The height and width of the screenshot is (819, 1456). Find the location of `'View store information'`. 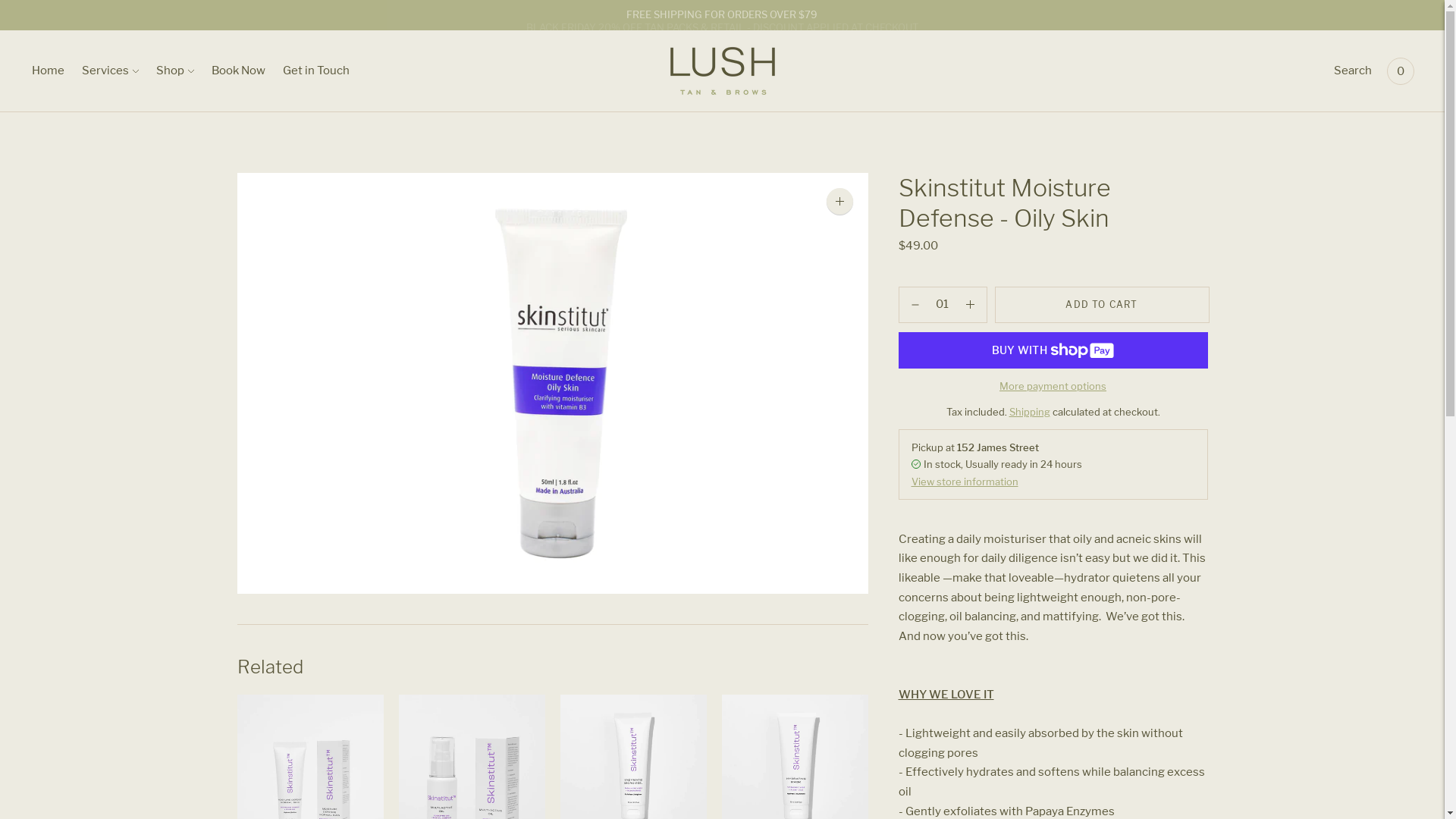

'View store information' is located at coordinates (910, 482).